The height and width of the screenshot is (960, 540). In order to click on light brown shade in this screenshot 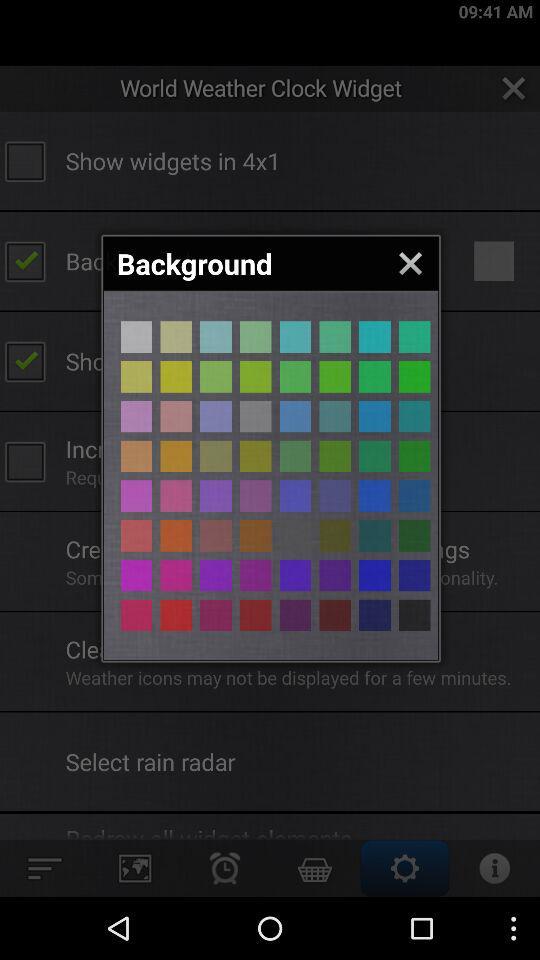, I will do `click(215, 415)`.